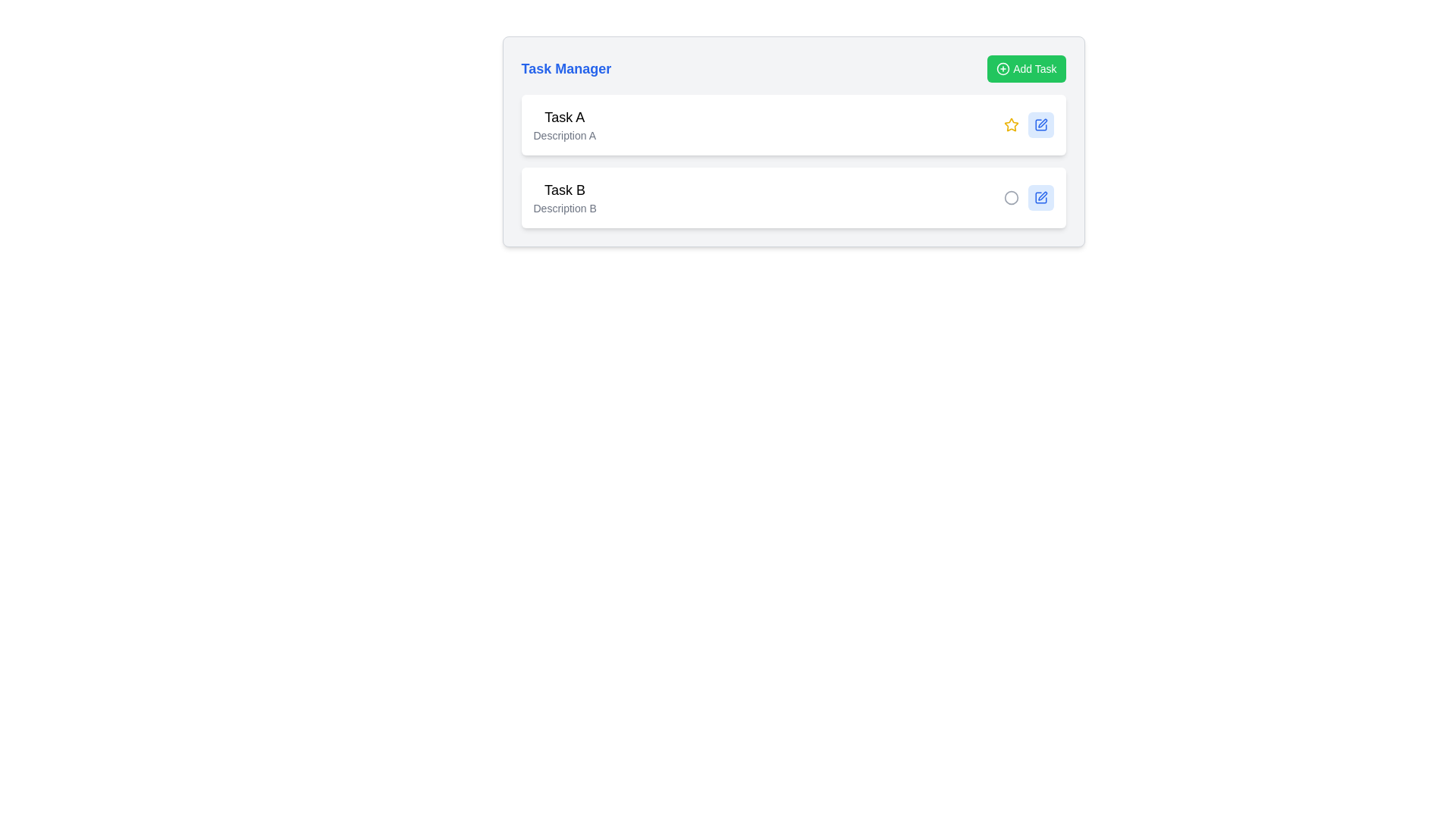  I want to click on the Icon button resembling a pen, which is styled with blue strokes and positioned in the first task row of the task list, so click(1040, 124).